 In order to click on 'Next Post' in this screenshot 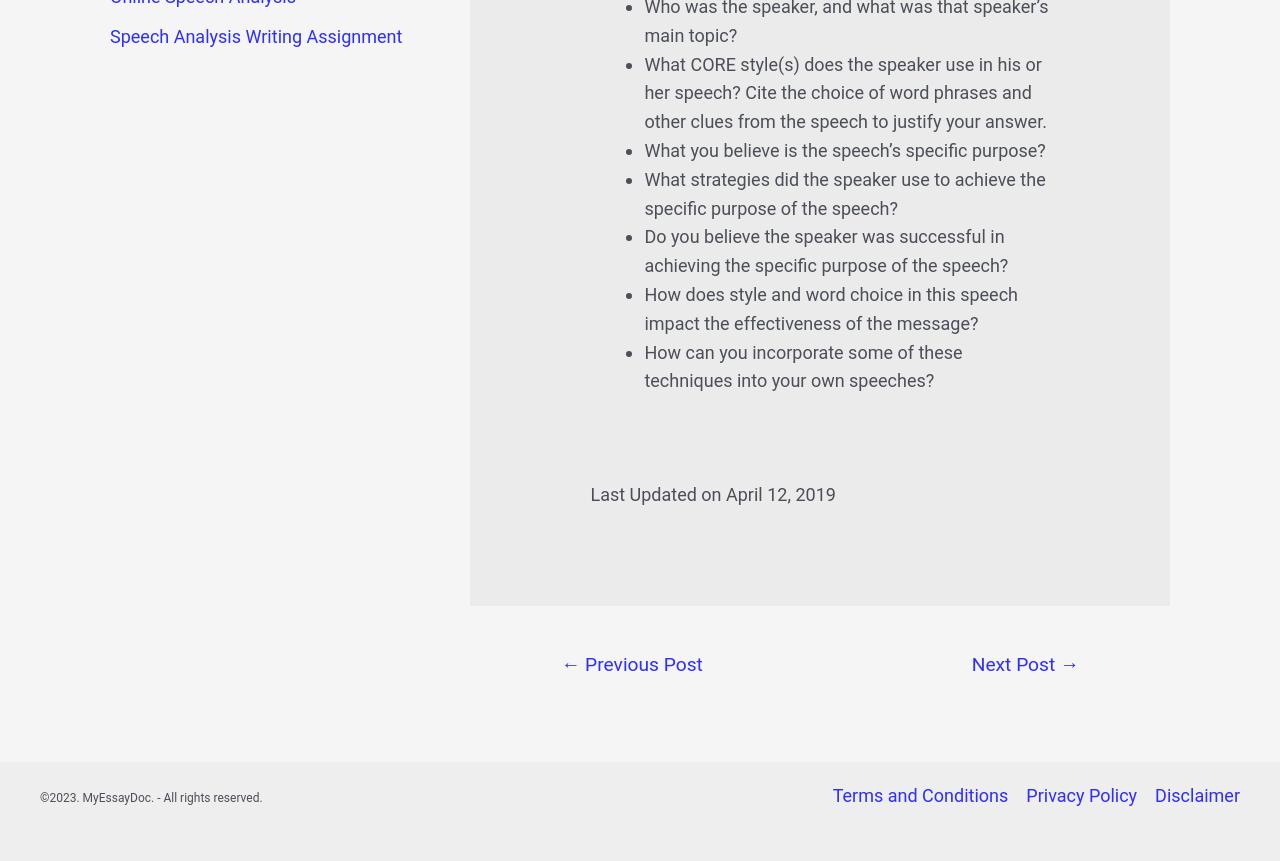, I will do `click(1015, 663)`.